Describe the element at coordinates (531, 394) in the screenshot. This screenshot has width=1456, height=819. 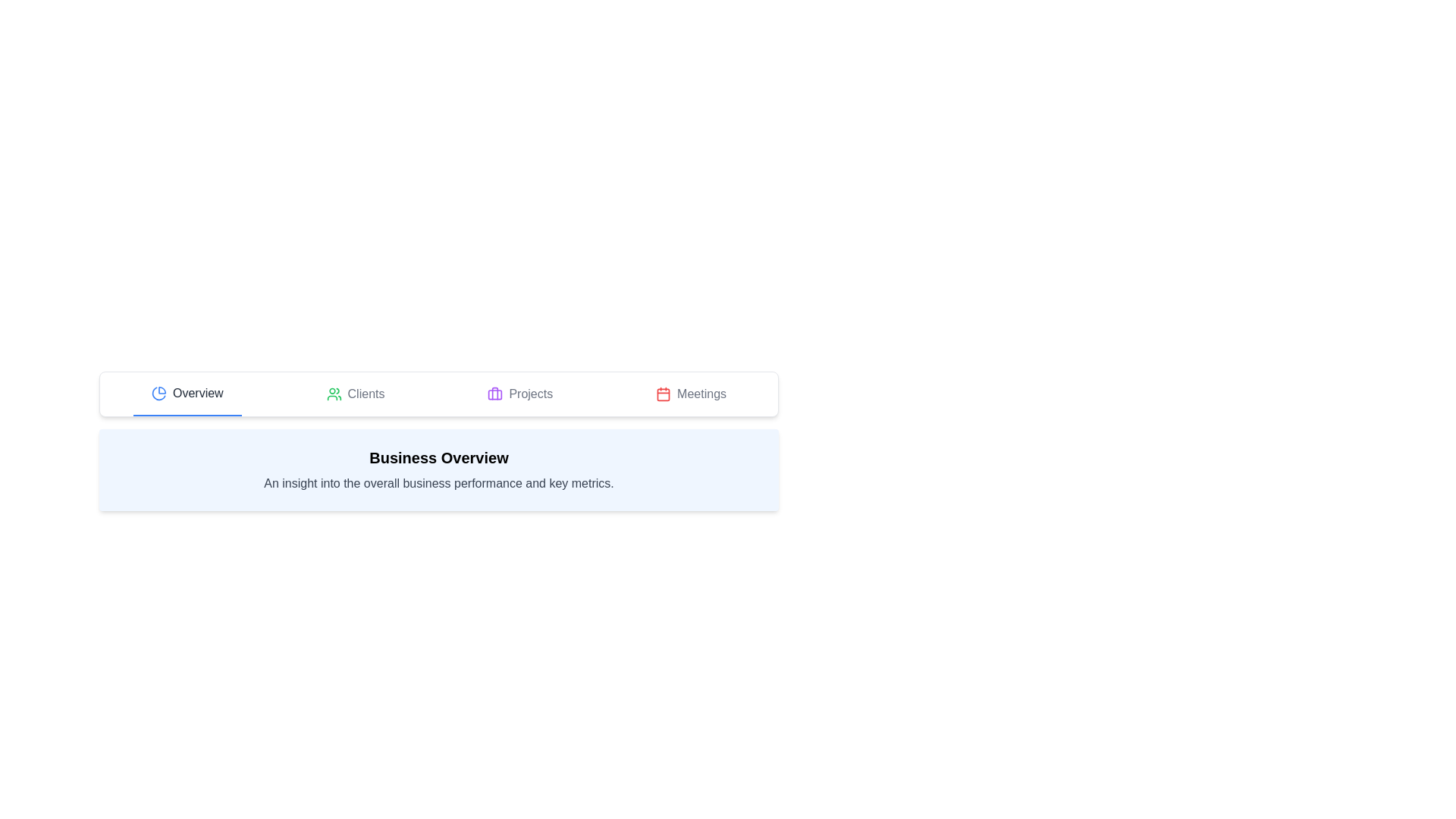
I see `the 'Projects' text label in the navigation menu` at that location.